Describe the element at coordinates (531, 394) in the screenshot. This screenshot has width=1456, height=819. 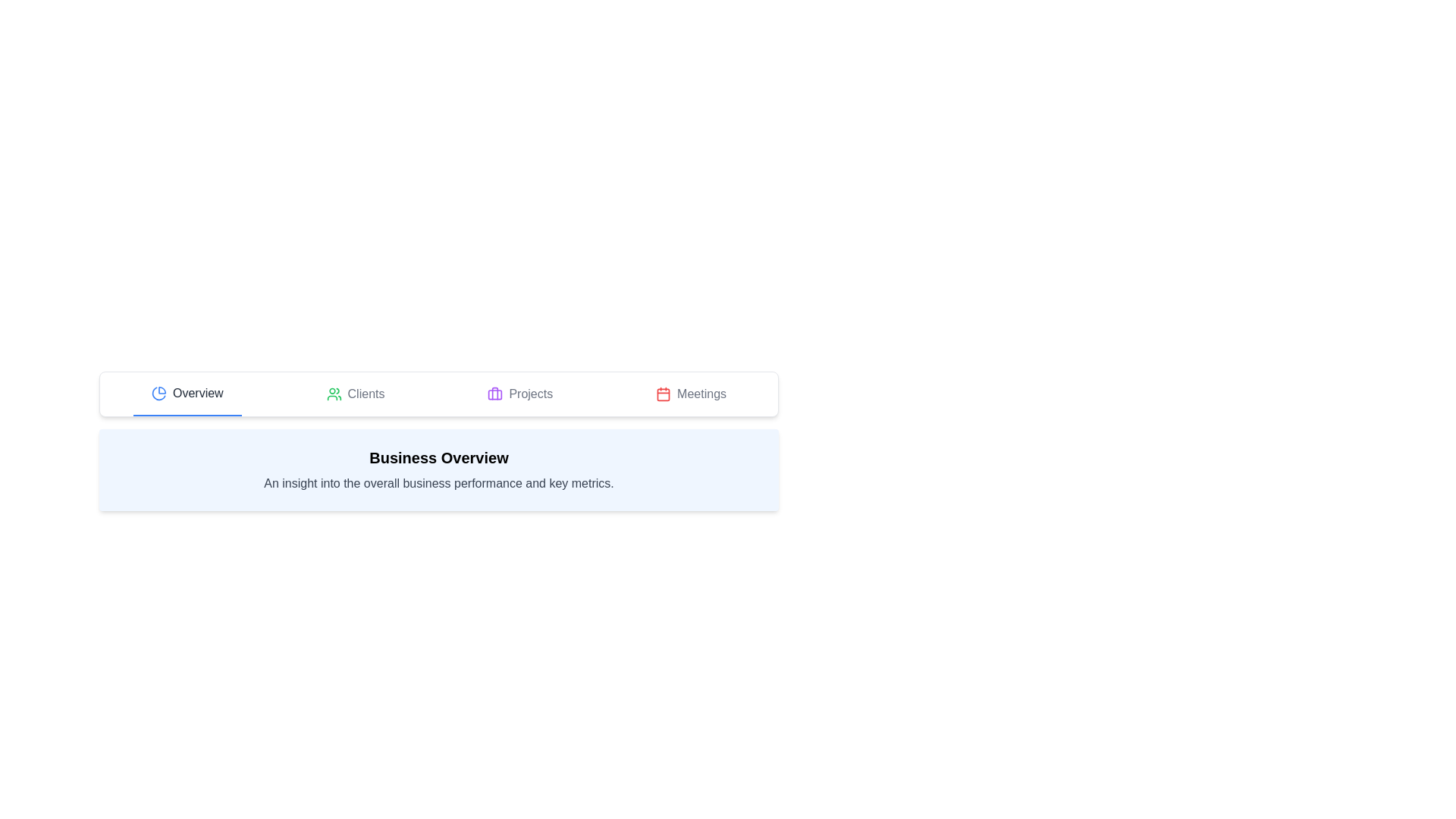
I see `the 'Projects' text label in the navigation menu` at that location.